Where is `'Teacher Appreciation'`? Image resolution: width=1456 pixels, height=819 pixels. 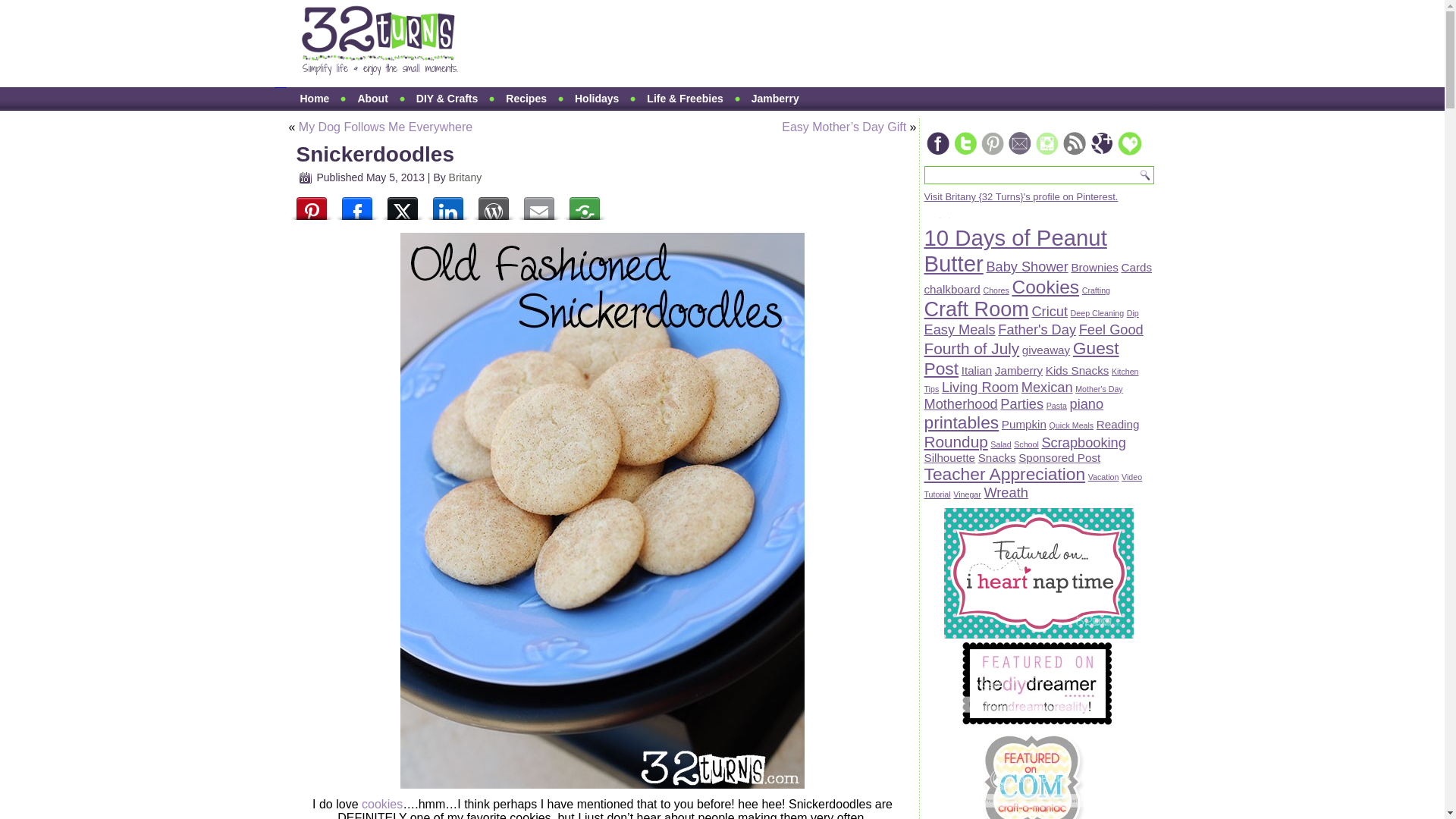
'Teacher Appreciation' is located at coordinates (1004, 472).